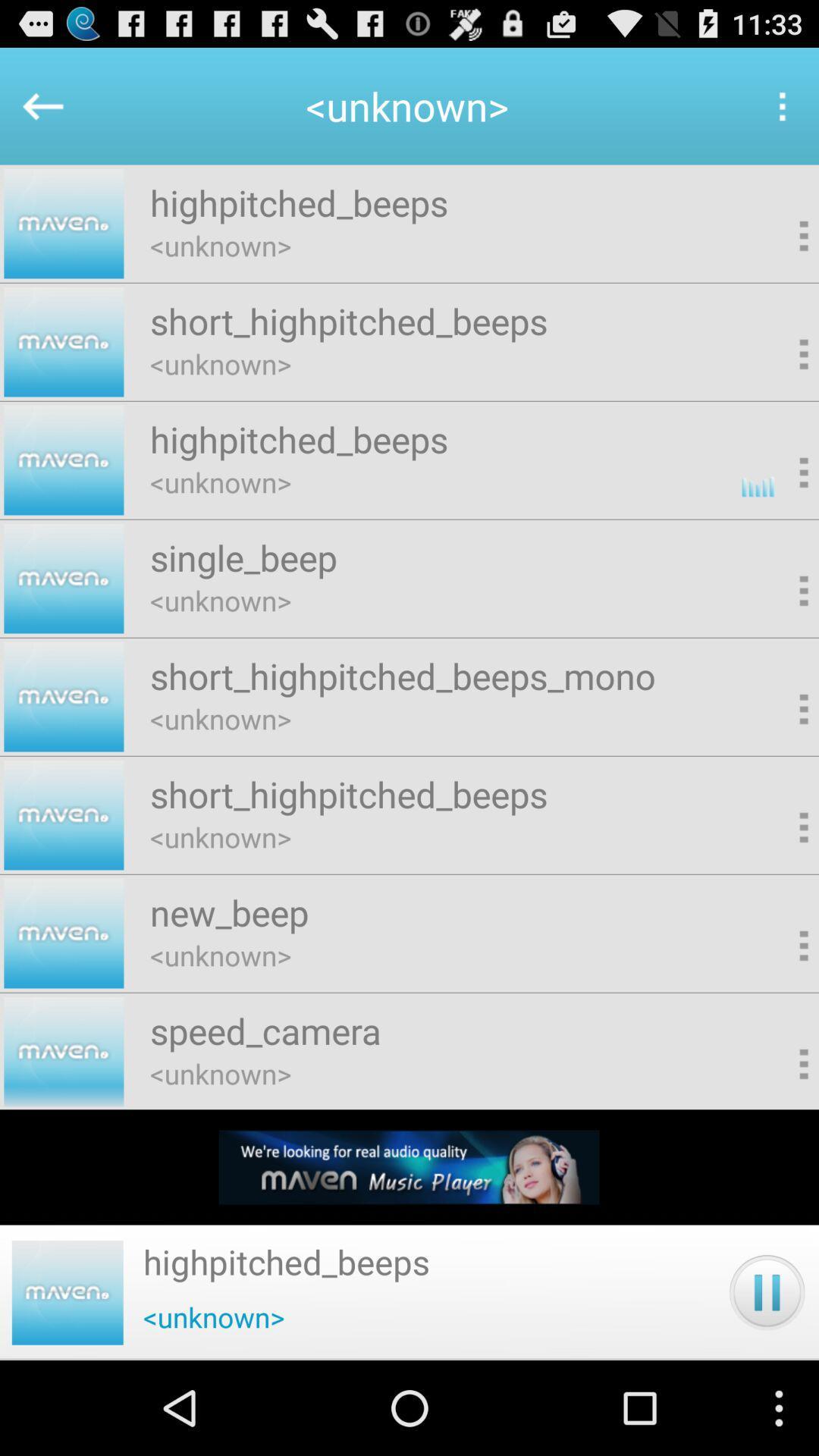 The width and height of the screenshot is (819, 1456). Describe the element at coordinates (779, 633) in the screenshot. I see `the more icon` at that location.